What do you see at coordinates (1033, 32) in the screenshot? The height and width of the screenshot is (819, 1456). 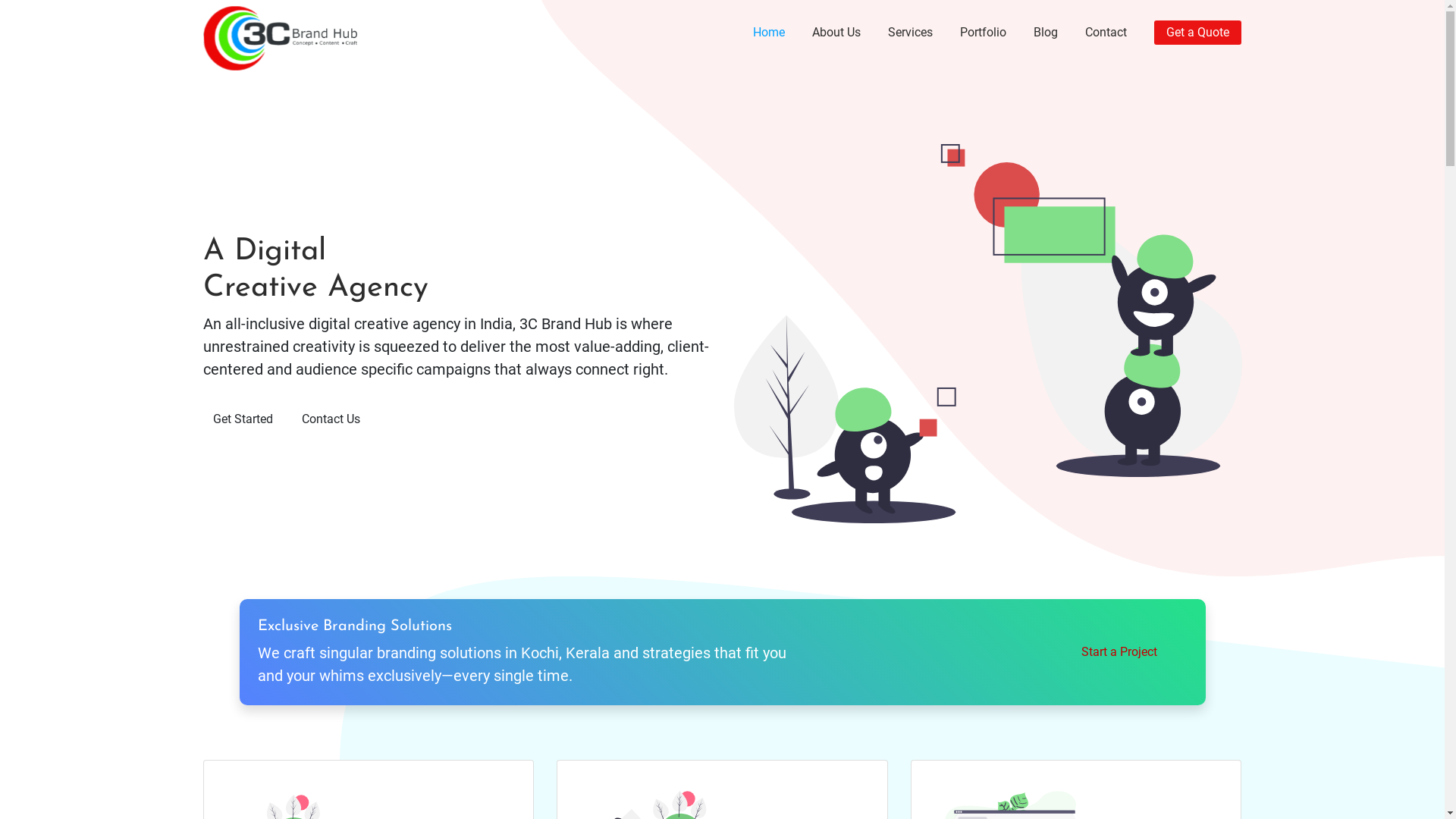 I see `'Blog'` at bounding box center [1033, 32].